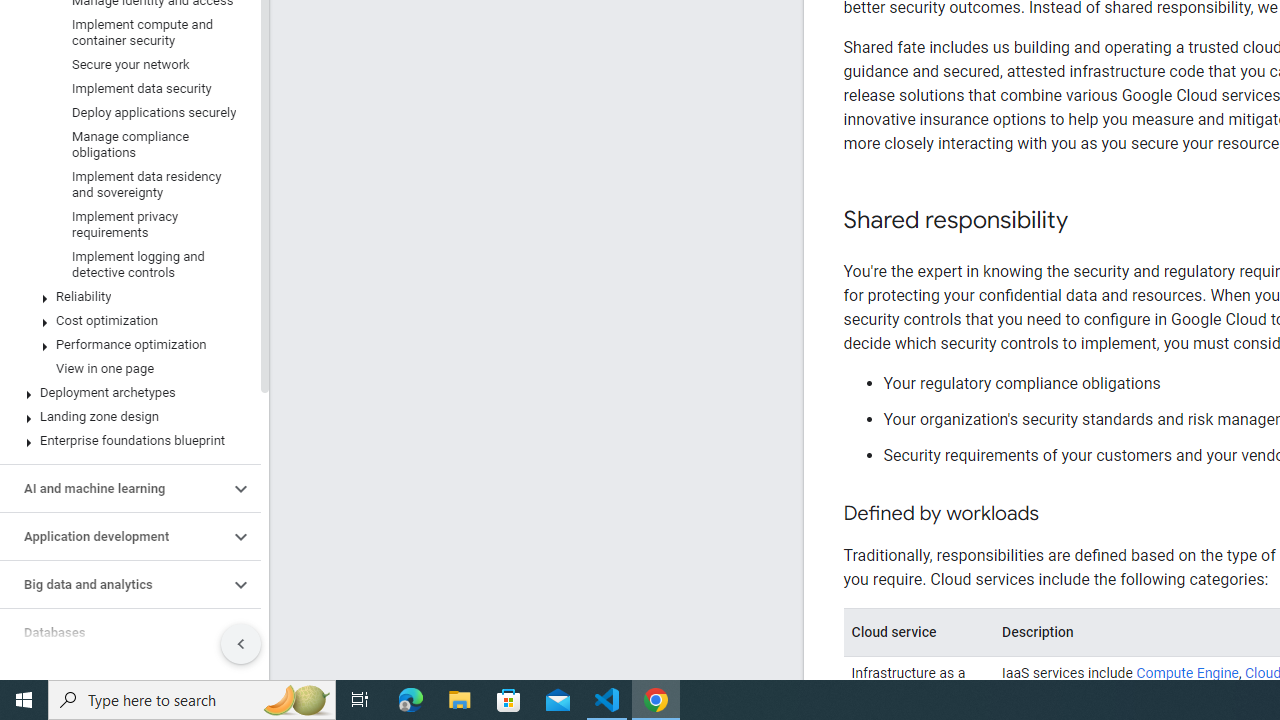 This screenshot has width=1280, height=720. Describe the element at coordinates (125, 87) in the screenshot. I see `'Implement data security'` at that location.